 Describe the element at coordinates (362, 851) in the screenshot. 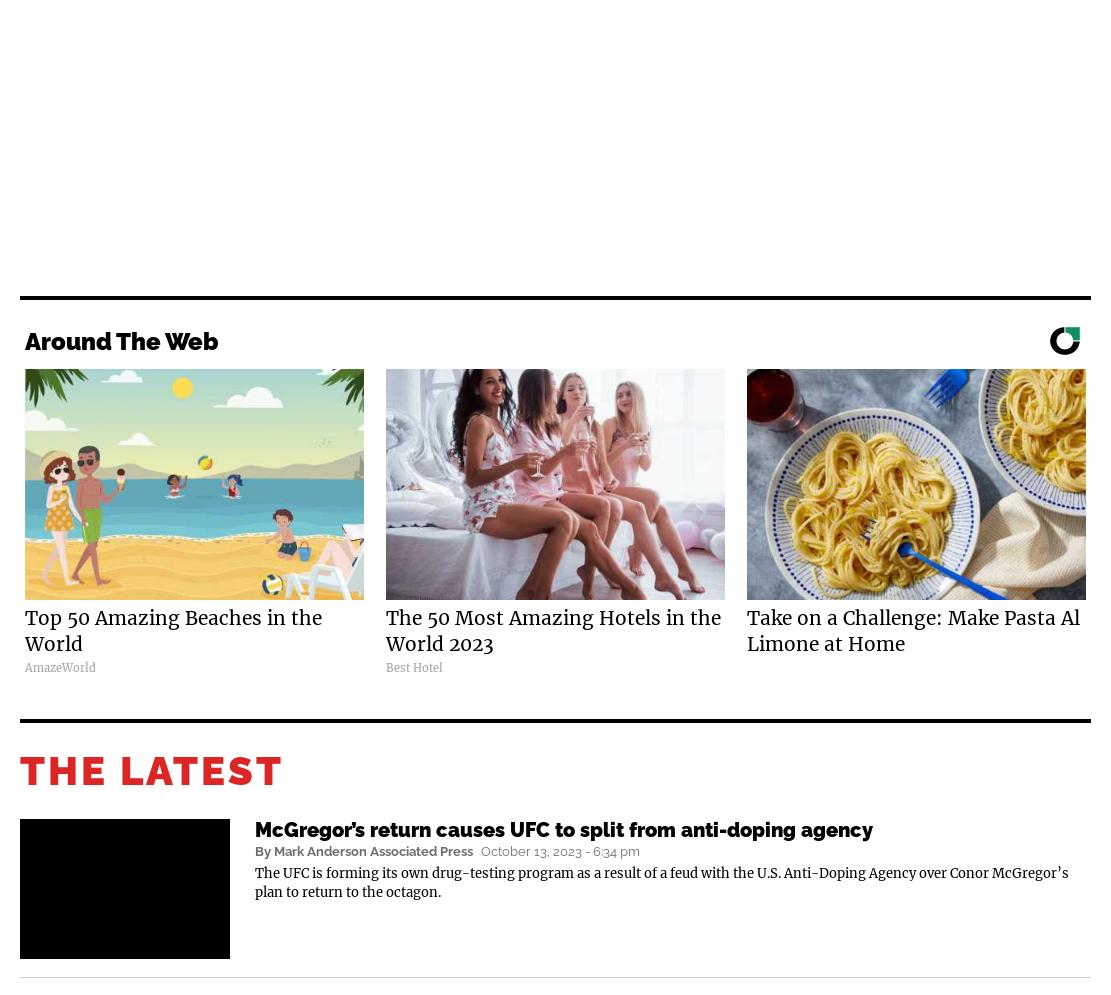

I see `'By Mark Anderson Associated Press'` at that location.